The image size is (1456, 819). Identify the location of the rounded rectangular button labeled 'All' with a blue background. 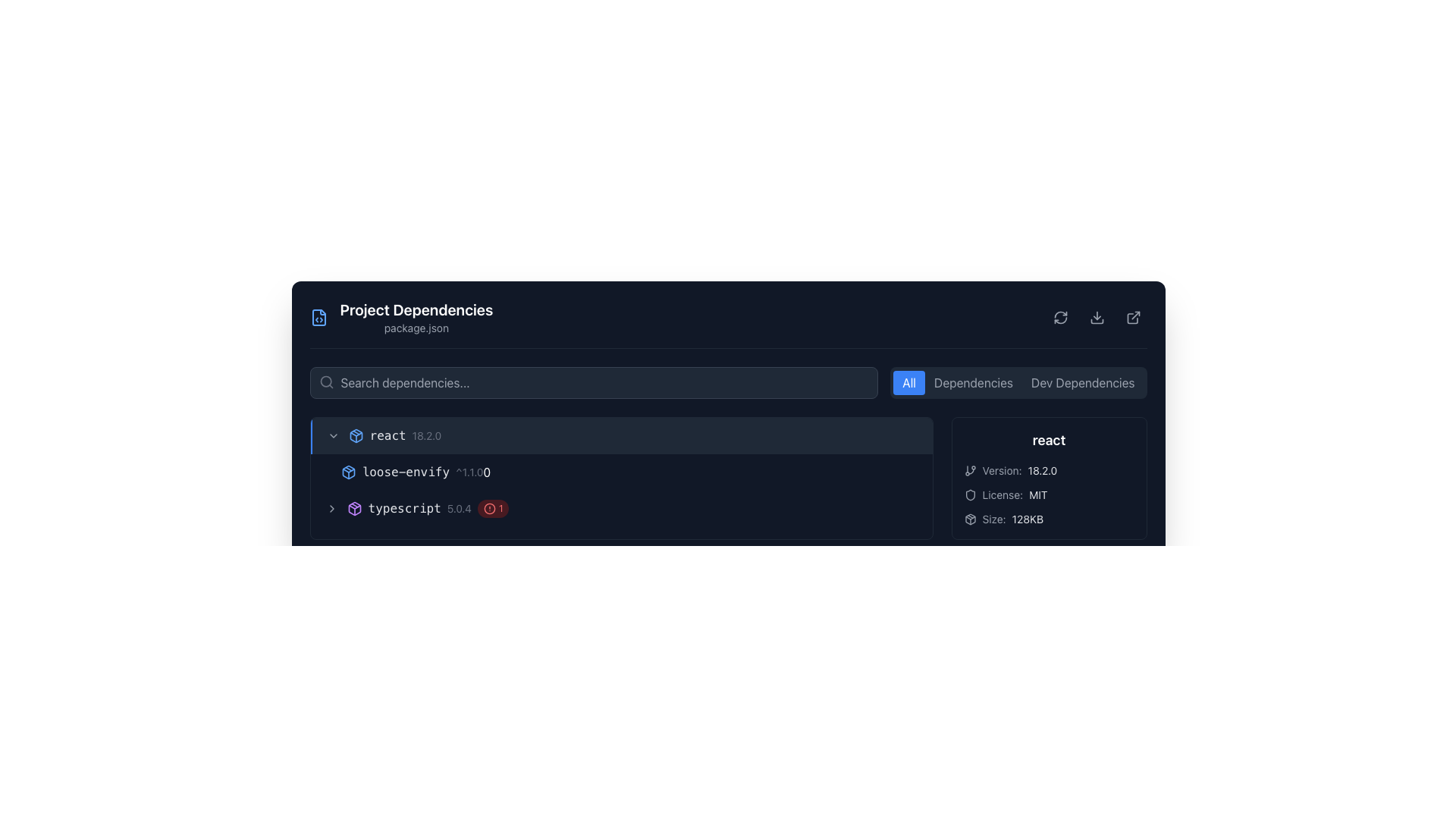
(909, 382).